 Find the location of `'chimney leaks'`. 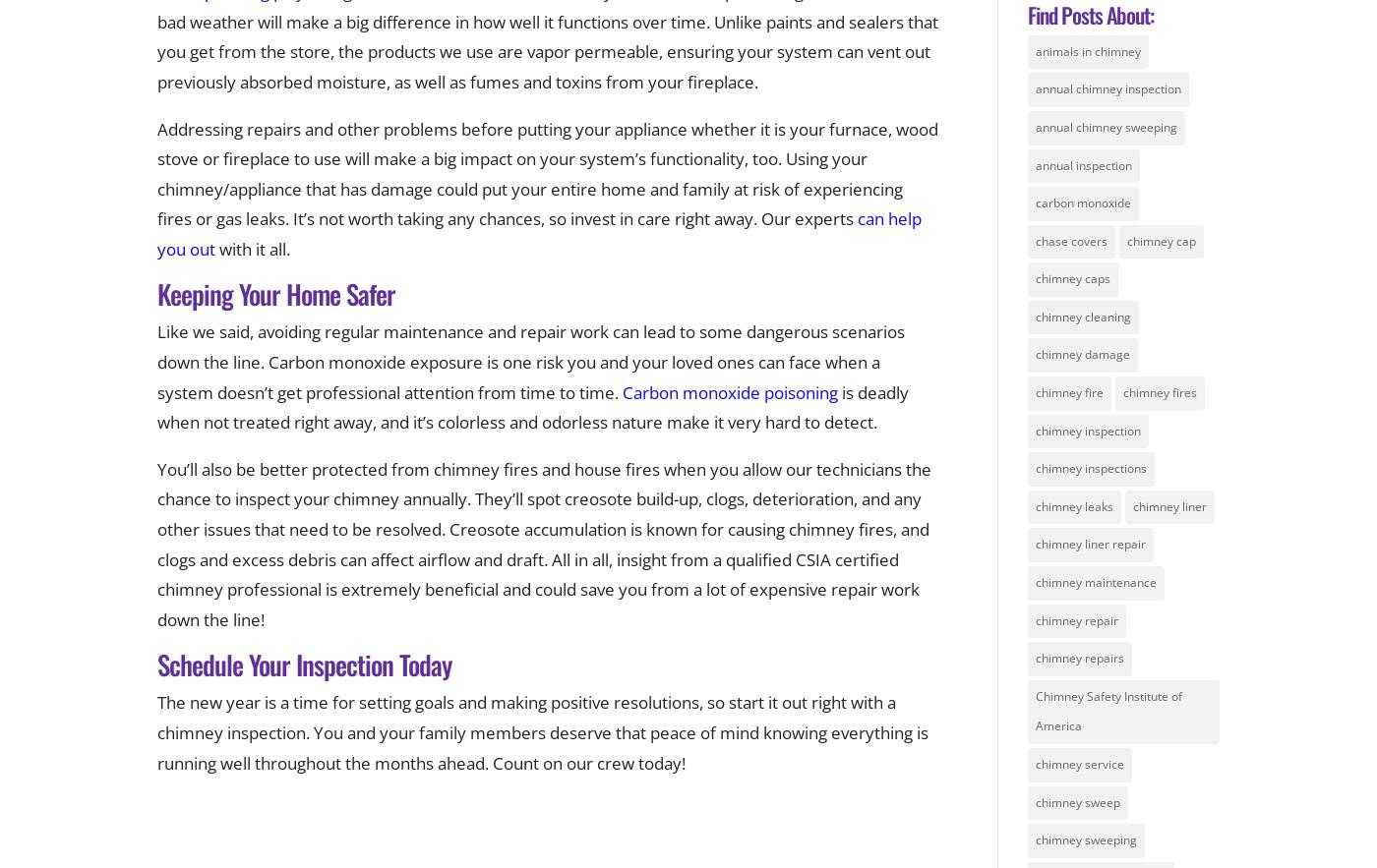

'chimney leaks' is located at coordinates (1034, 504).